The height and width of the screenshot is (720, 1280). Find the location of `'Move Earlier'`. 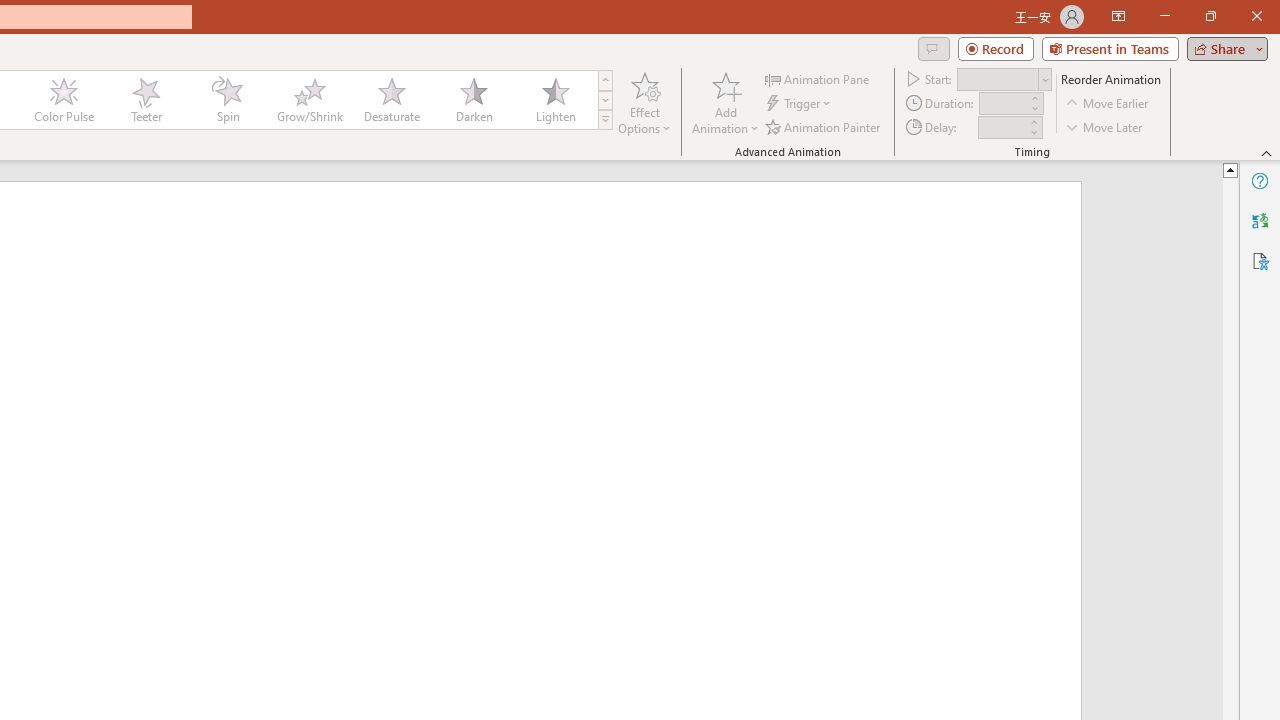

'Move Earlier' is located at coordinates (1106, 103).